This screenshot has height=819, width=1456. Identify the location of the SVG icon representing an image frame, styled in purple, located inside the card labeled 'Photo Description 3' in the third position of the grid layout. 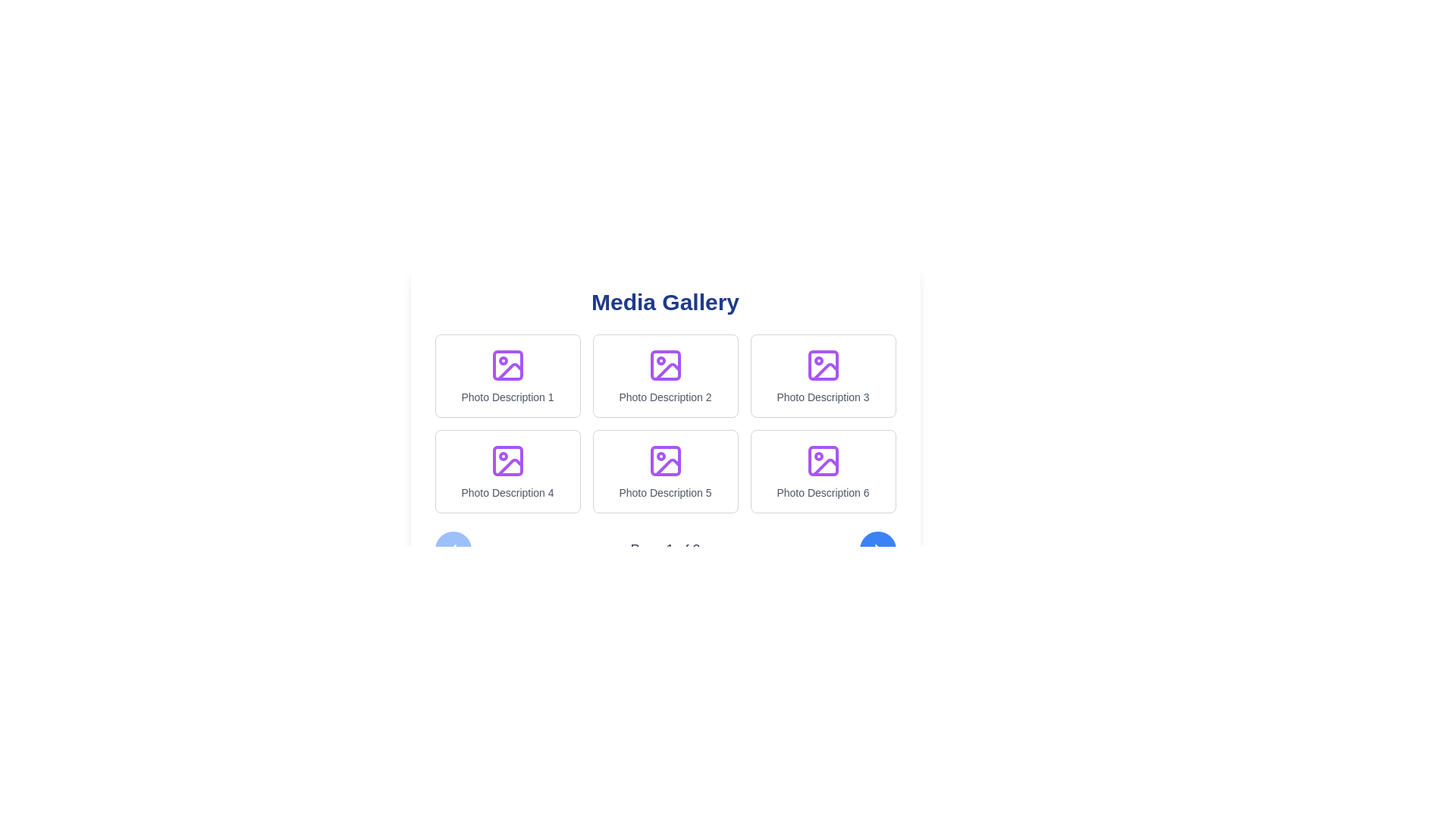
(822, 366).